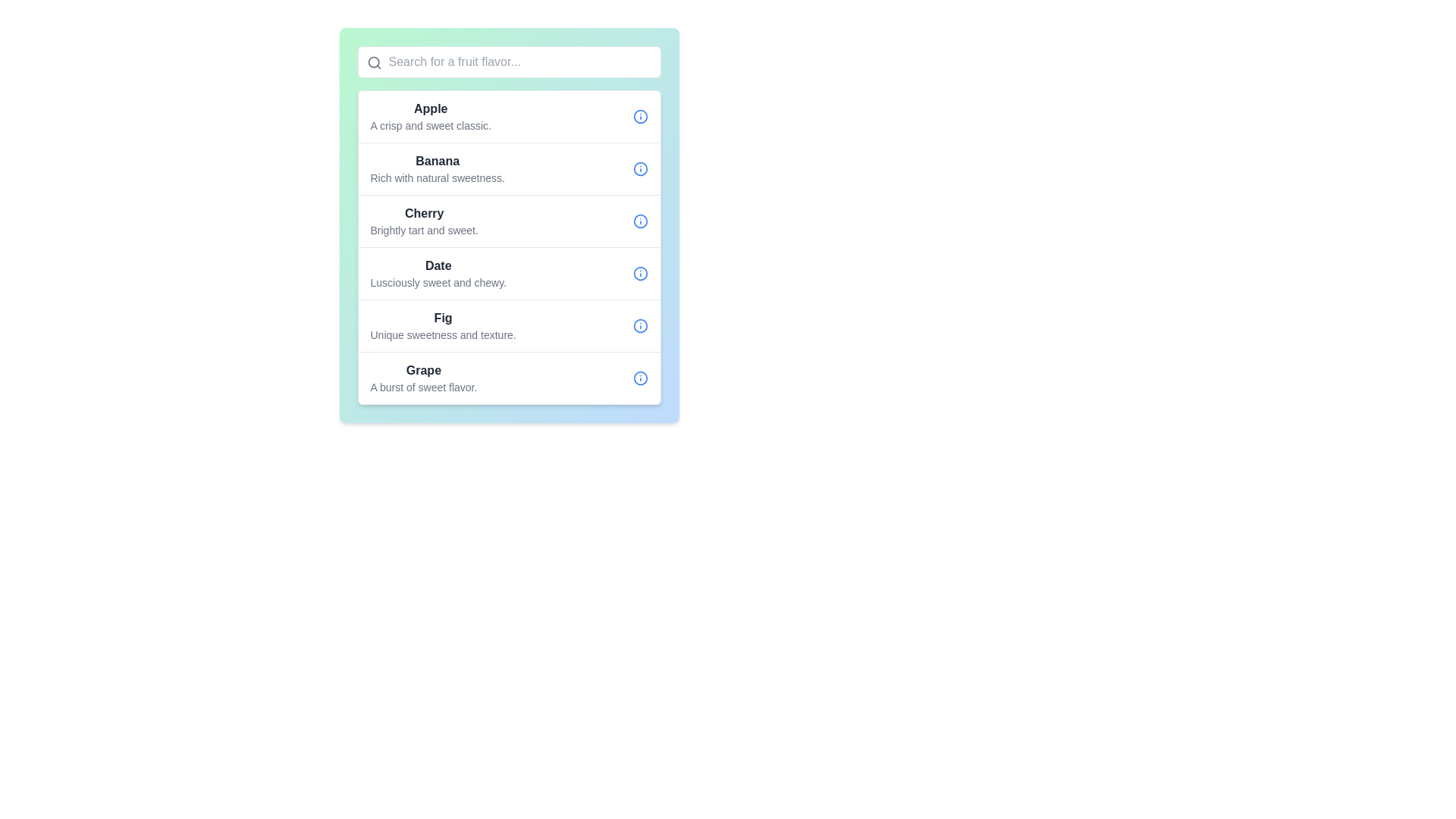 The image size is (1456, 819). Describe the element at coordinates (509, 225) in the screenshot. I see `the third list item displaying 'Cherry' with the description 'Brightly tart and sweet.'` at that location.